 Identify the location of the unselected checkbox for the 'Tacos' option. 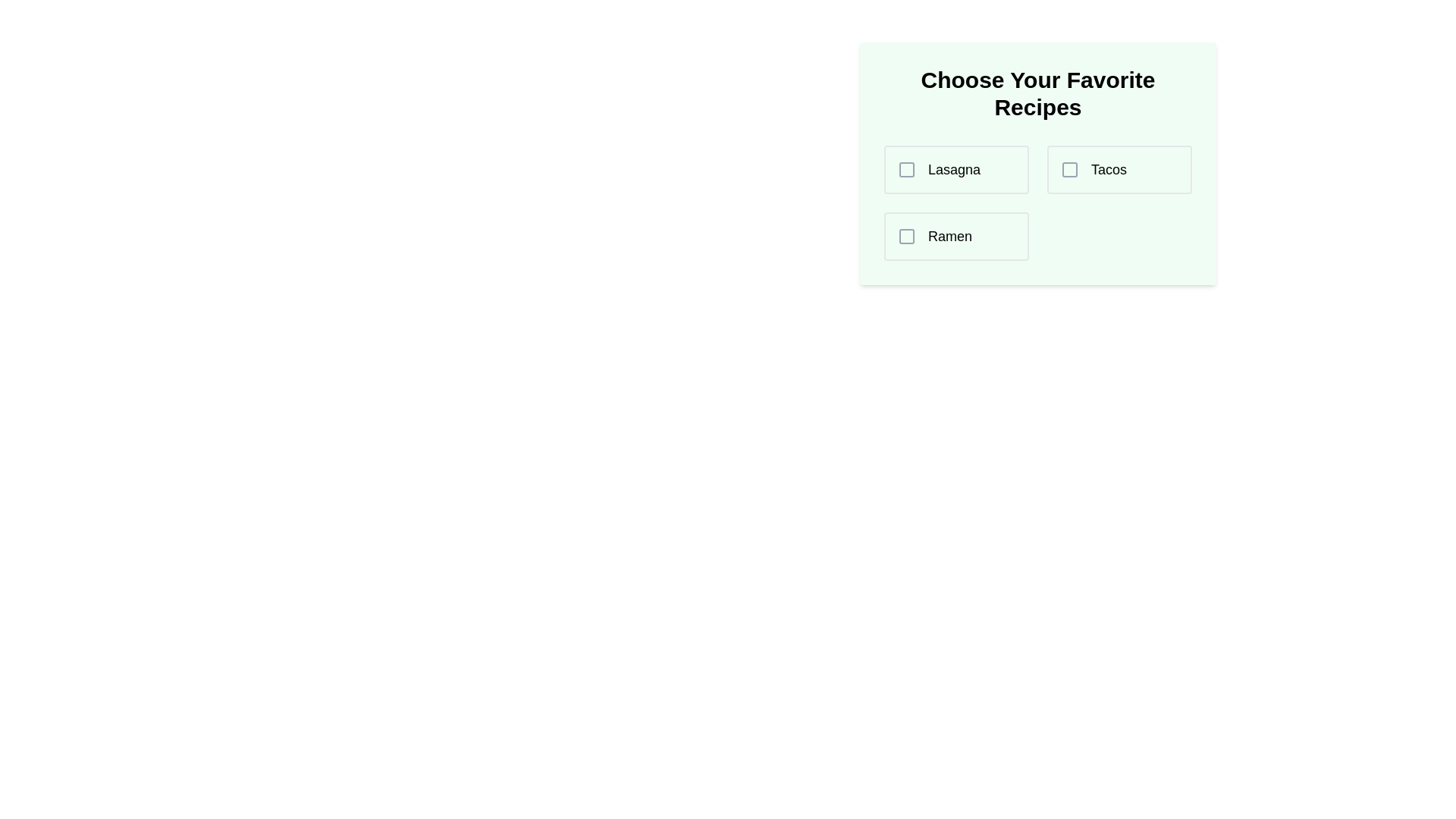
(1069, 169).